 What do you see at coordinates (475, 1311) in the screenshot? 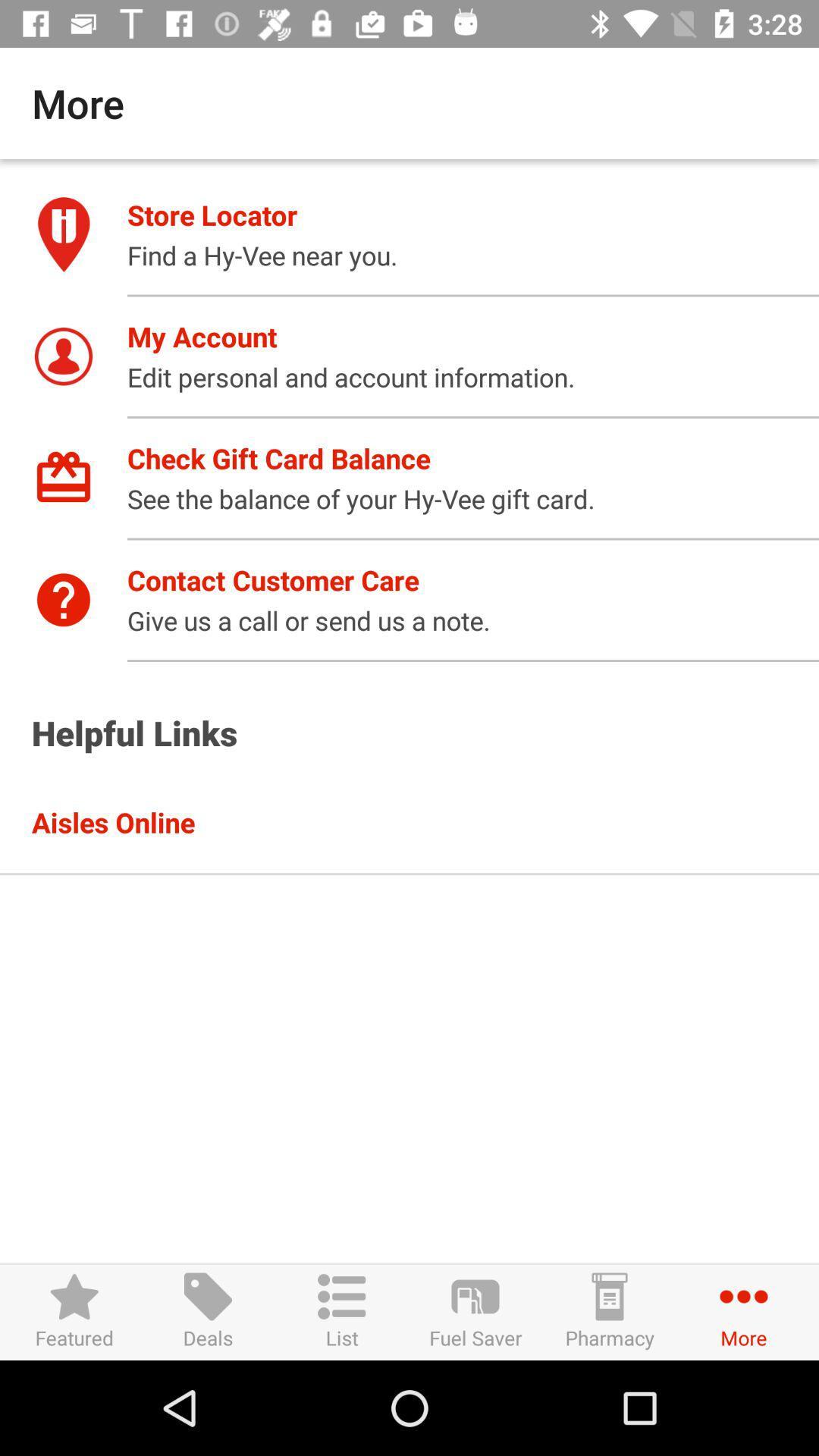
I see `item next to list item` at bounding box center [475, 1311].